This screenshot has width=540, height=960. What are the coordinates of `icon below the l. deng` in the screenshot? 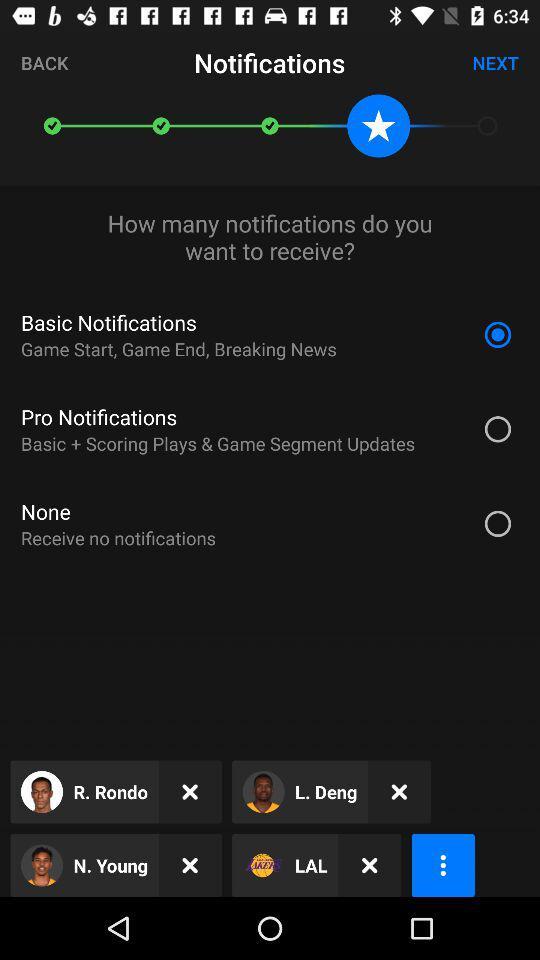 It's located at (368, 864).